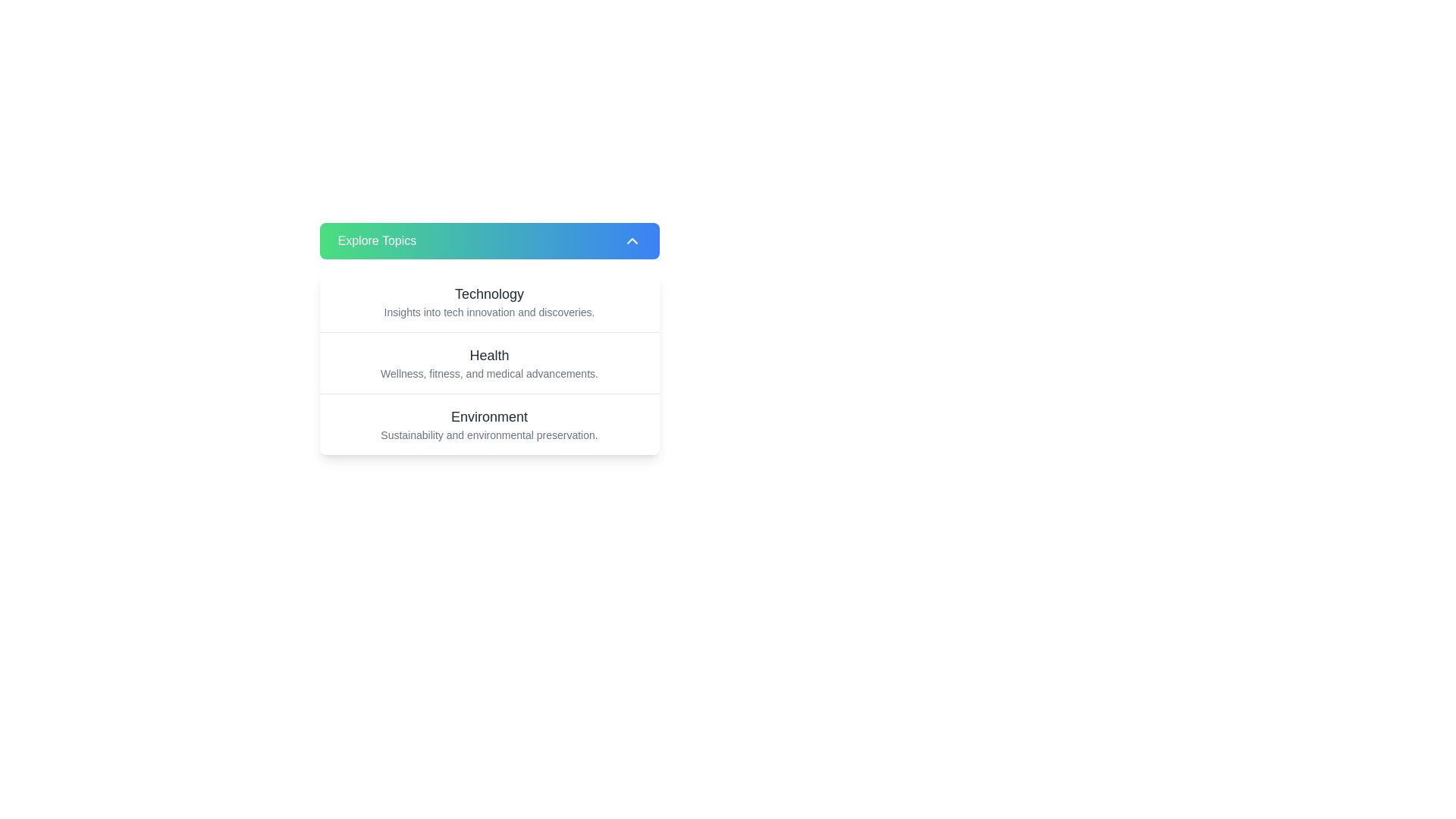 The height and width of the screenshot is (819, 1456). What do you see at coordinates (489, 240) in the screenshot?
I see `the 'Explore Topics' toggle button at the top of the card component` at bounding box center [489, 240].